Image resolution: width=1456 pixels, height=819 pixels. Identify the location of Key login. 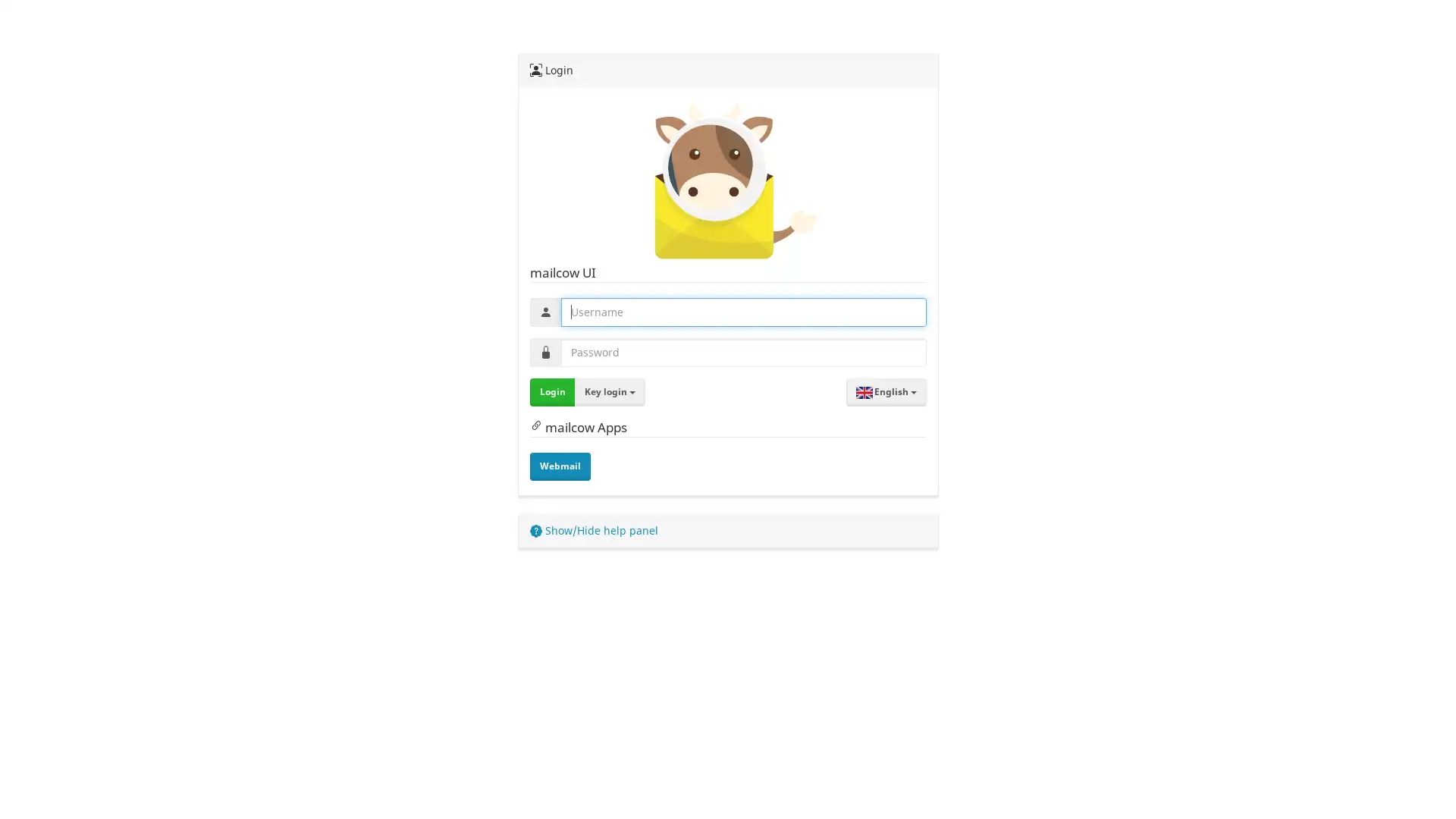
(609, 391).